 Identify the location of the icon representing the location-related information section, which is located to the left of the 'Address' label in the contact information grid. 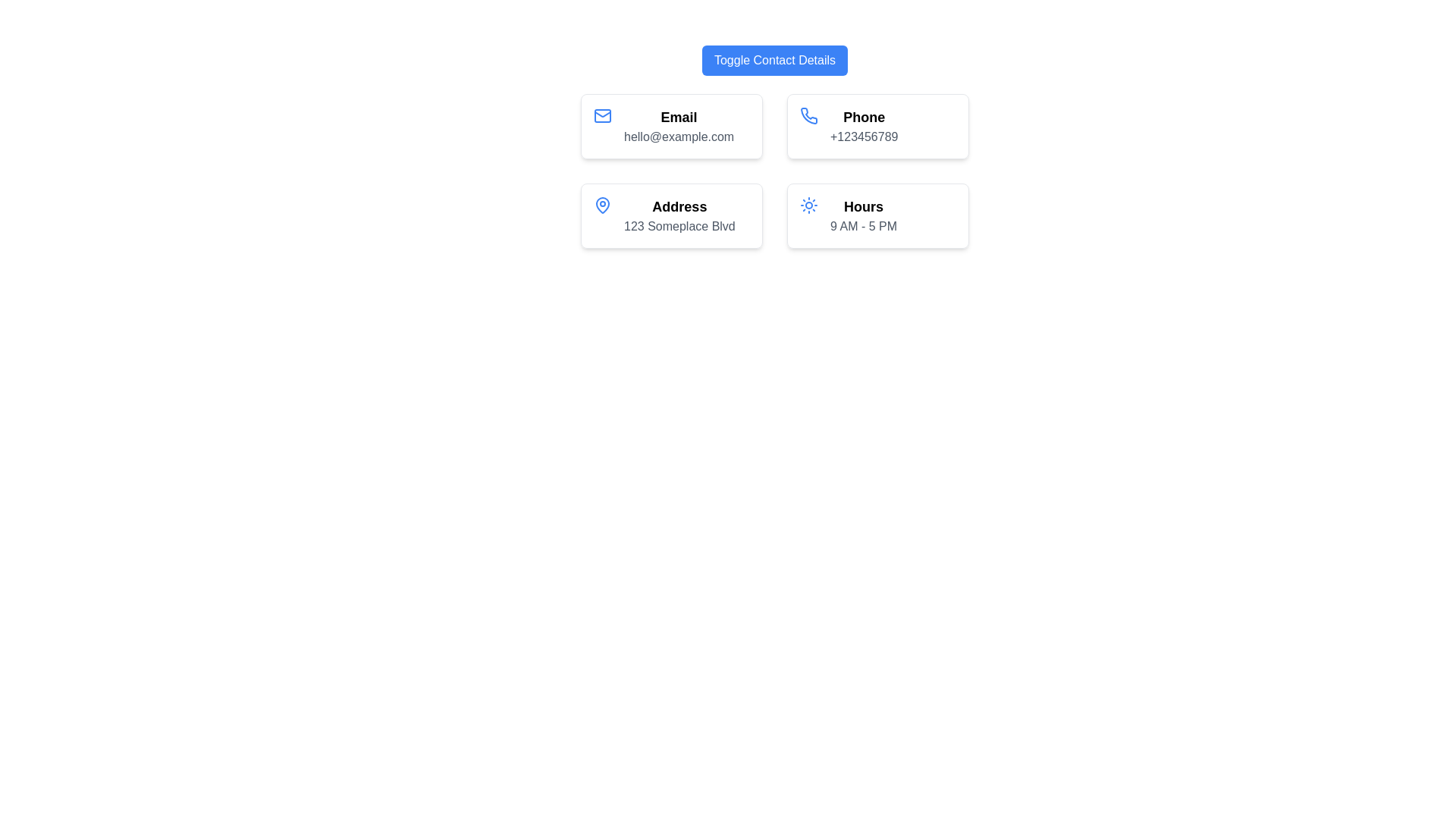
(602, 205).